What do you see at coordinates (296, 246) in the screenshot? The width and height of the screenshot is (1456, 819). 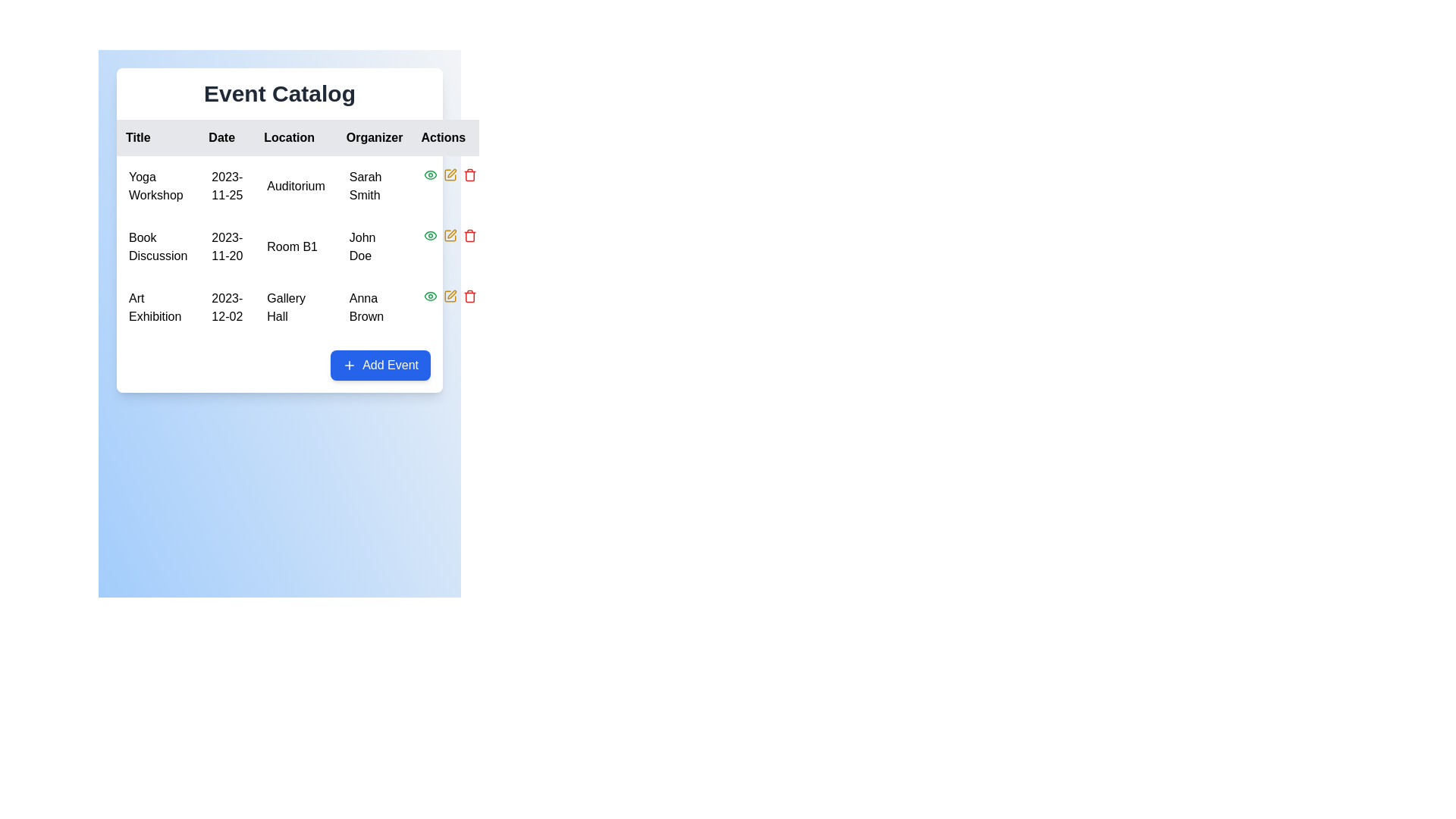 I see `the text label displaying 'Room B1', which is located under the 'Location' column in the second row of a table for the event 'Book Discussion' on '2023-11-20' organized by 'John Doe'` at bounding box center [296, 246].